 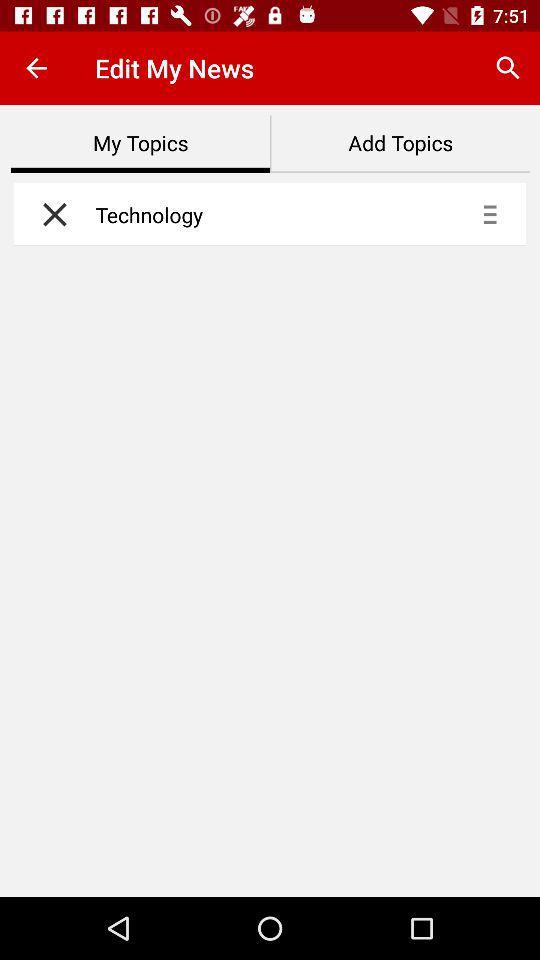 I want to click on the icon above add topics icon, so click(x=508, y=68).